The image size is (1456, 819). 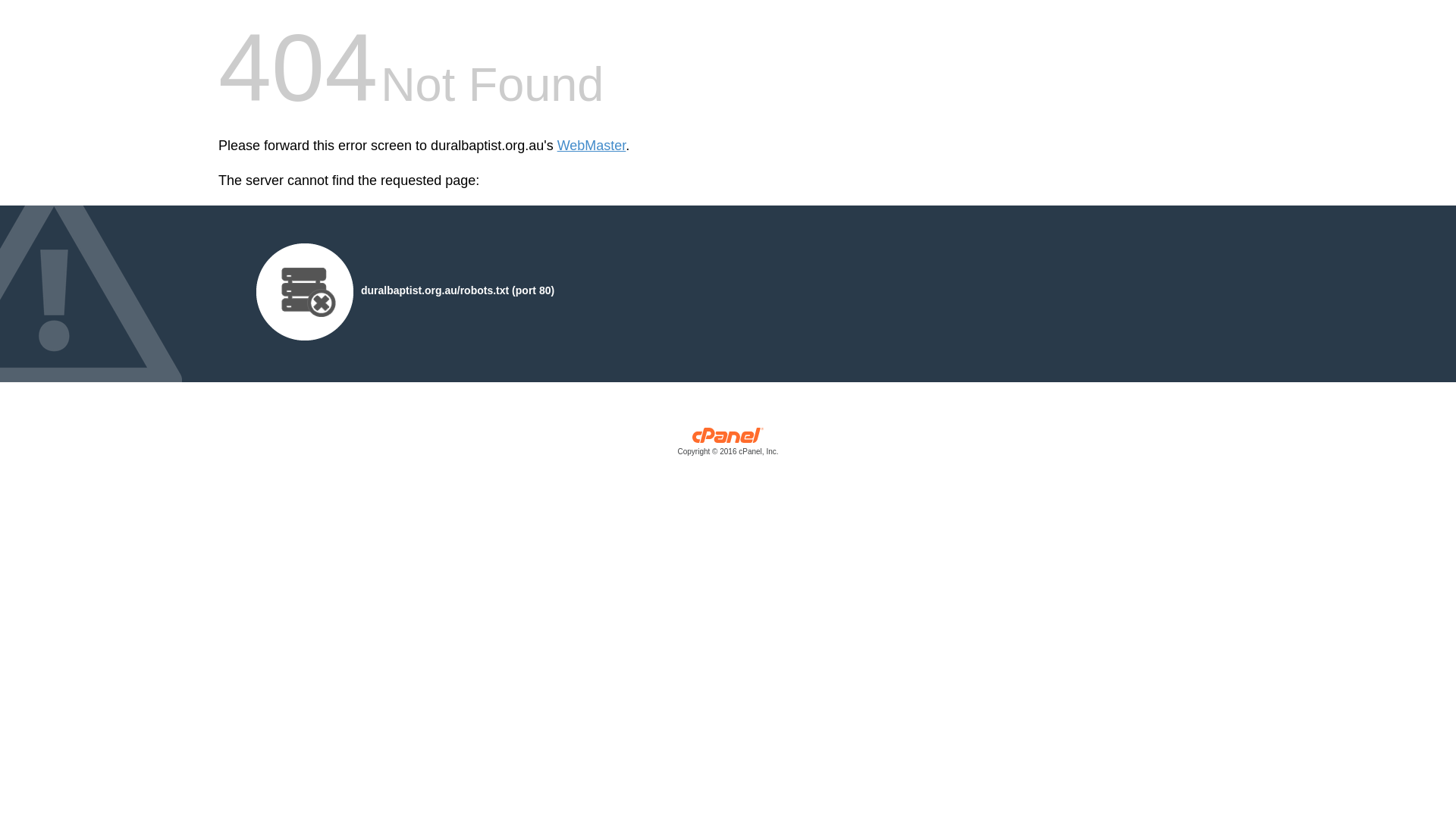 What do you see at coordinates (591, 146) in the screenshot?
I see `'WebMaster'` at bounding box center [591, 146].